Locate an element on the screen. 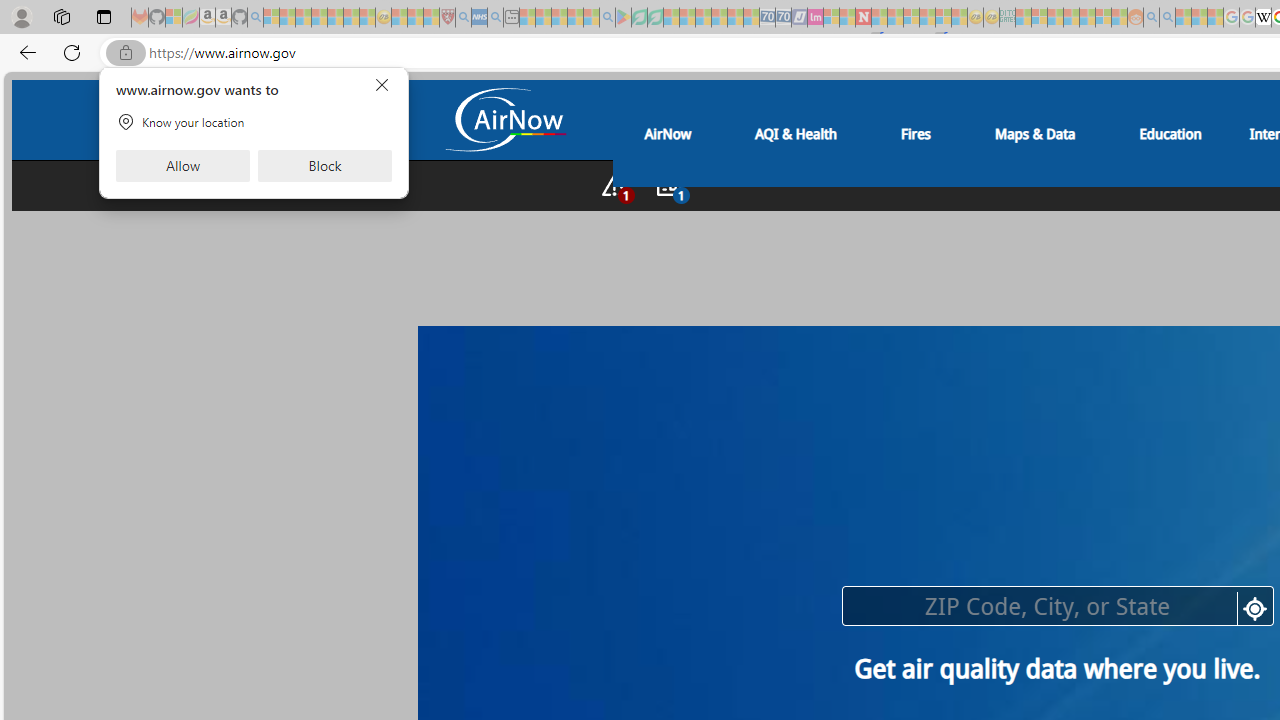  'Target page - Wikipedia' is located at coordinates (1262, 17).